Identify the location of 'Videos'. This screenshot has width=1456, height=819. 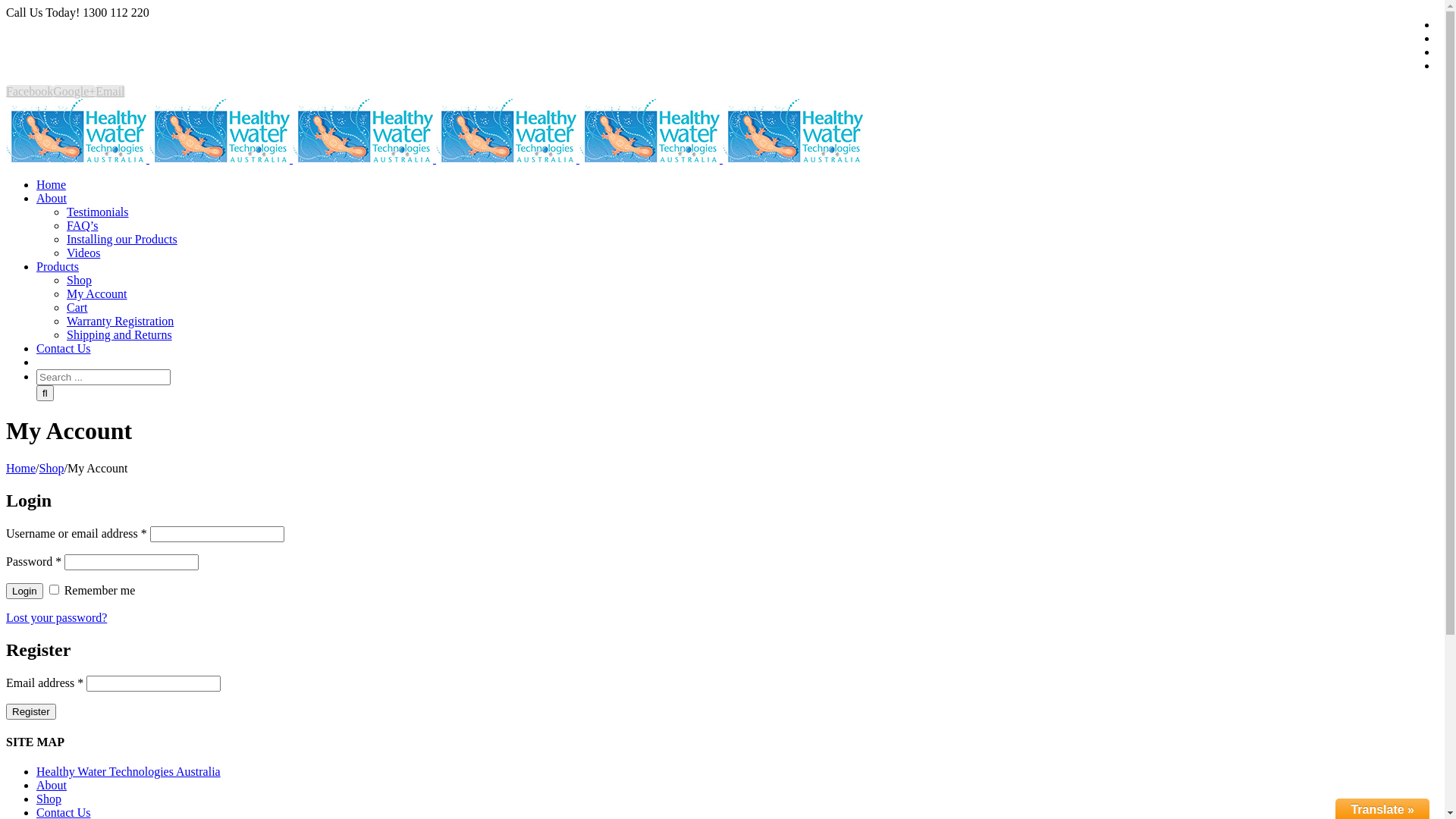
(83, 252).